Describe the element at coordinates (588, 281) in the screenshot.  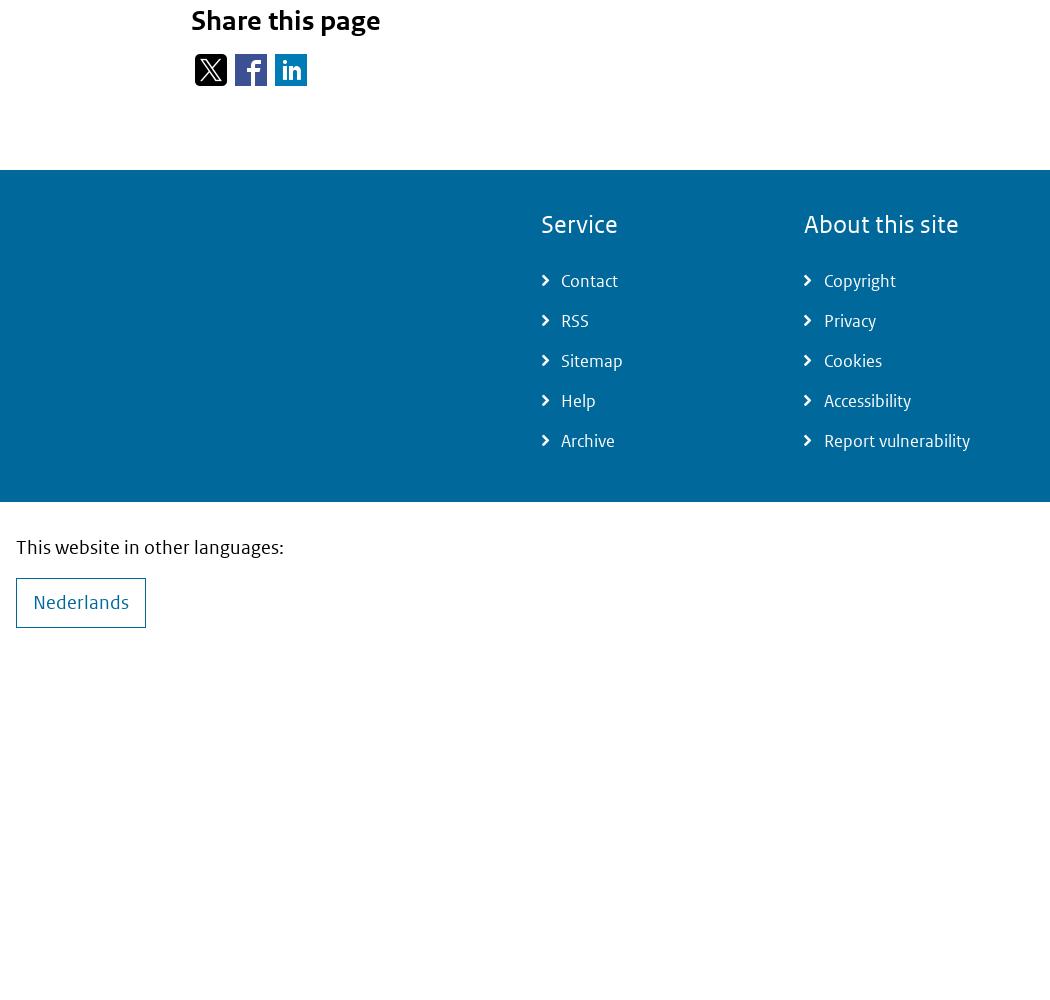
I see `'Contact'` at that location.